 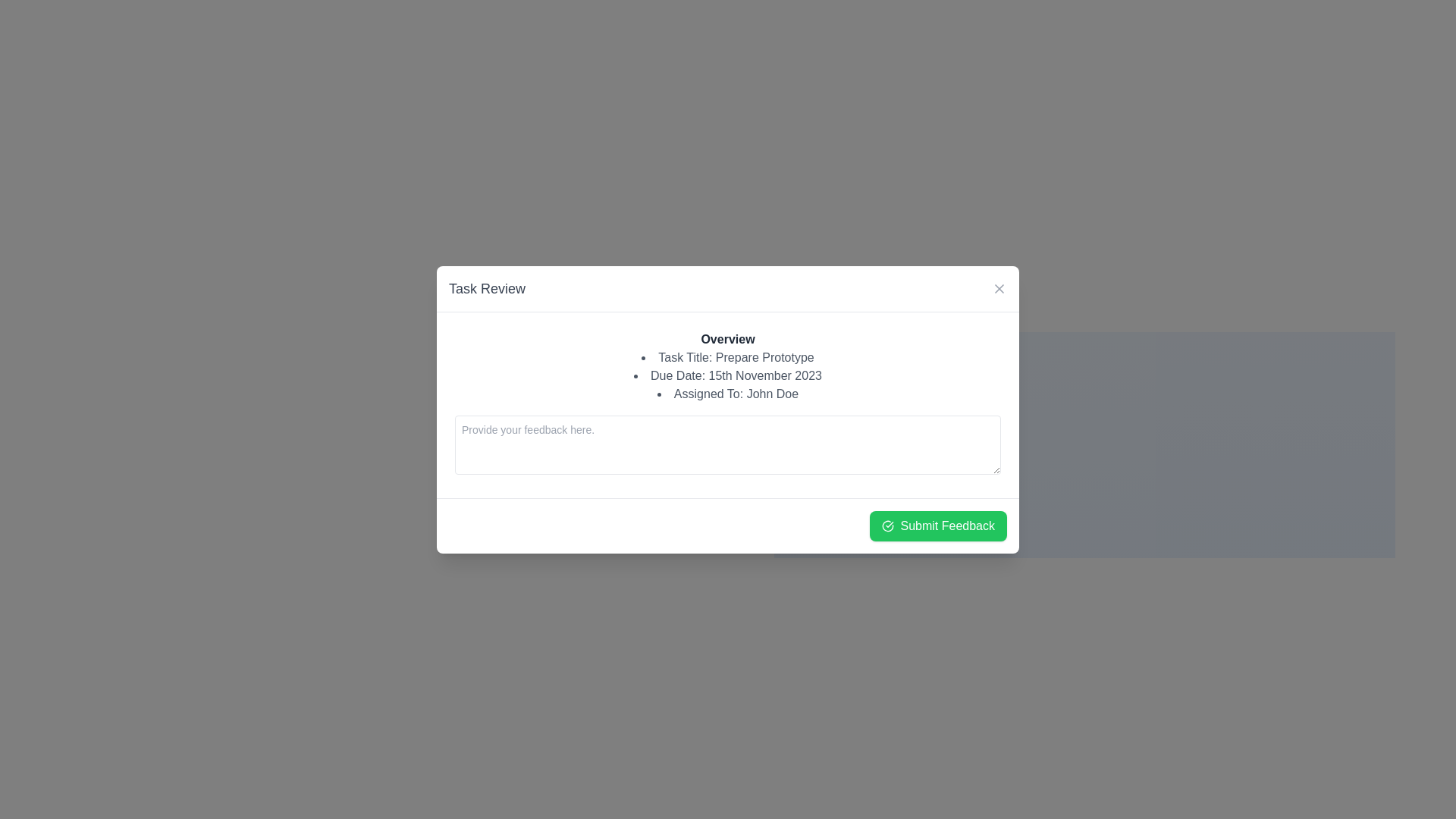 I want to click on the text block containing bullet points about the task, due date, and assigned person, which is centrally aligned within the overview section, so click(x=728, y=375).